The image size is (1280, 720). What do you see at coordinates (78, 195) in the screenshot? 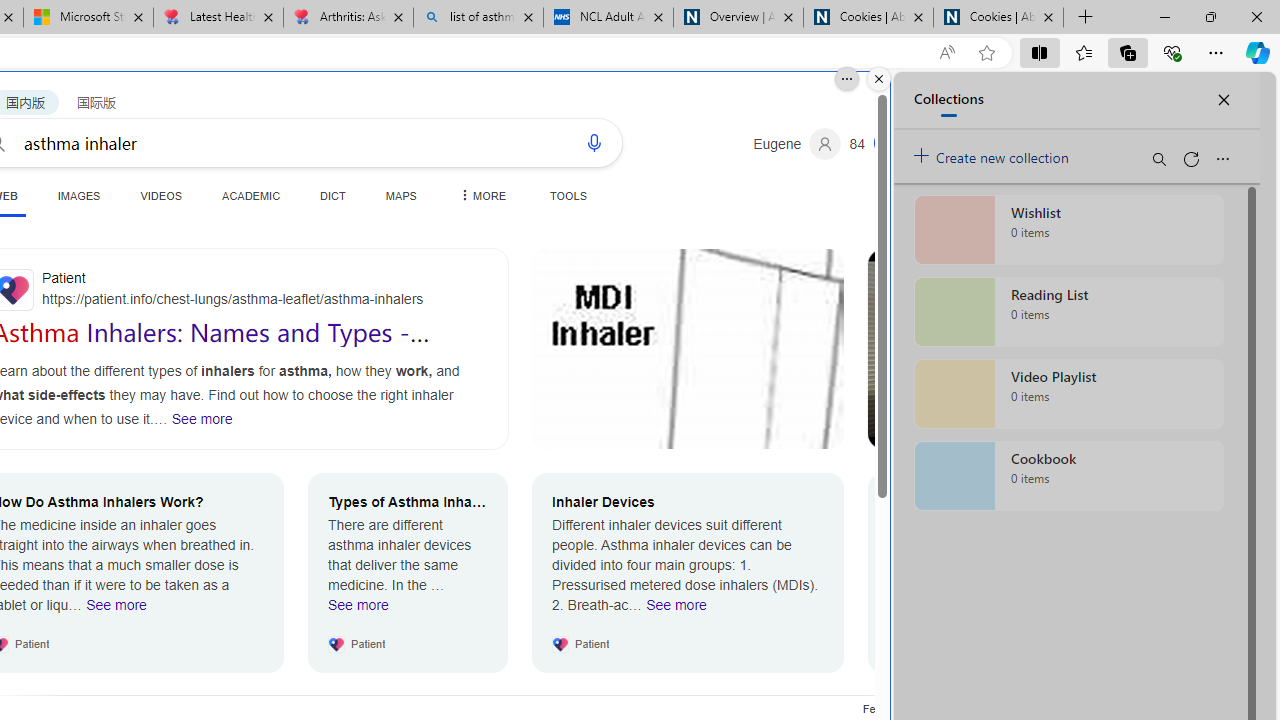
I see `'IMAGES'` at bounding box center [78, 195].